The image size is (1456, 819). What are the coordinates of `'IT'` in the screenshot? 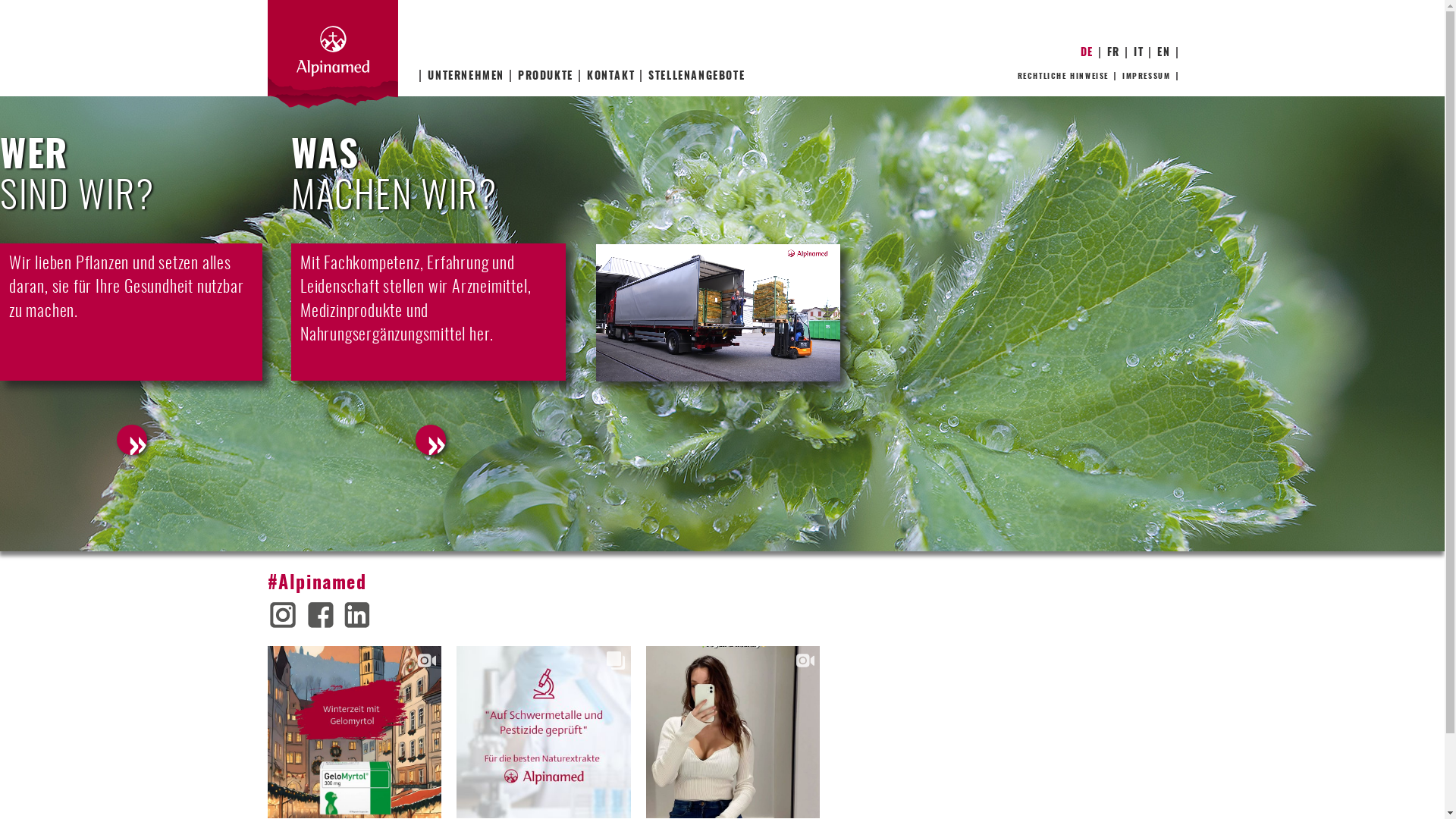 It's located at (1138, 52).